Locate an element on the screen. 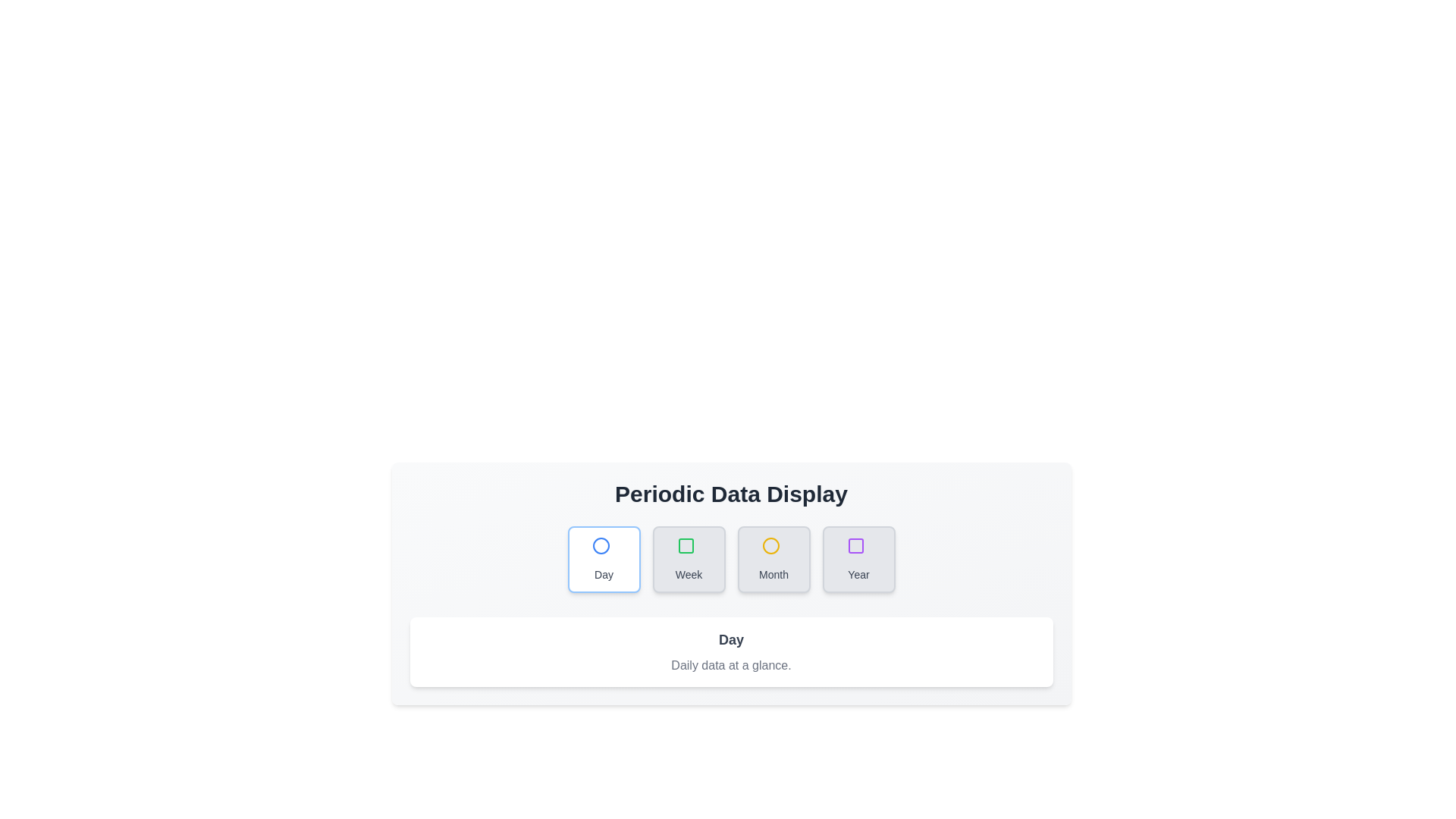  the 'Month' button is located at coordinates (773, 559).